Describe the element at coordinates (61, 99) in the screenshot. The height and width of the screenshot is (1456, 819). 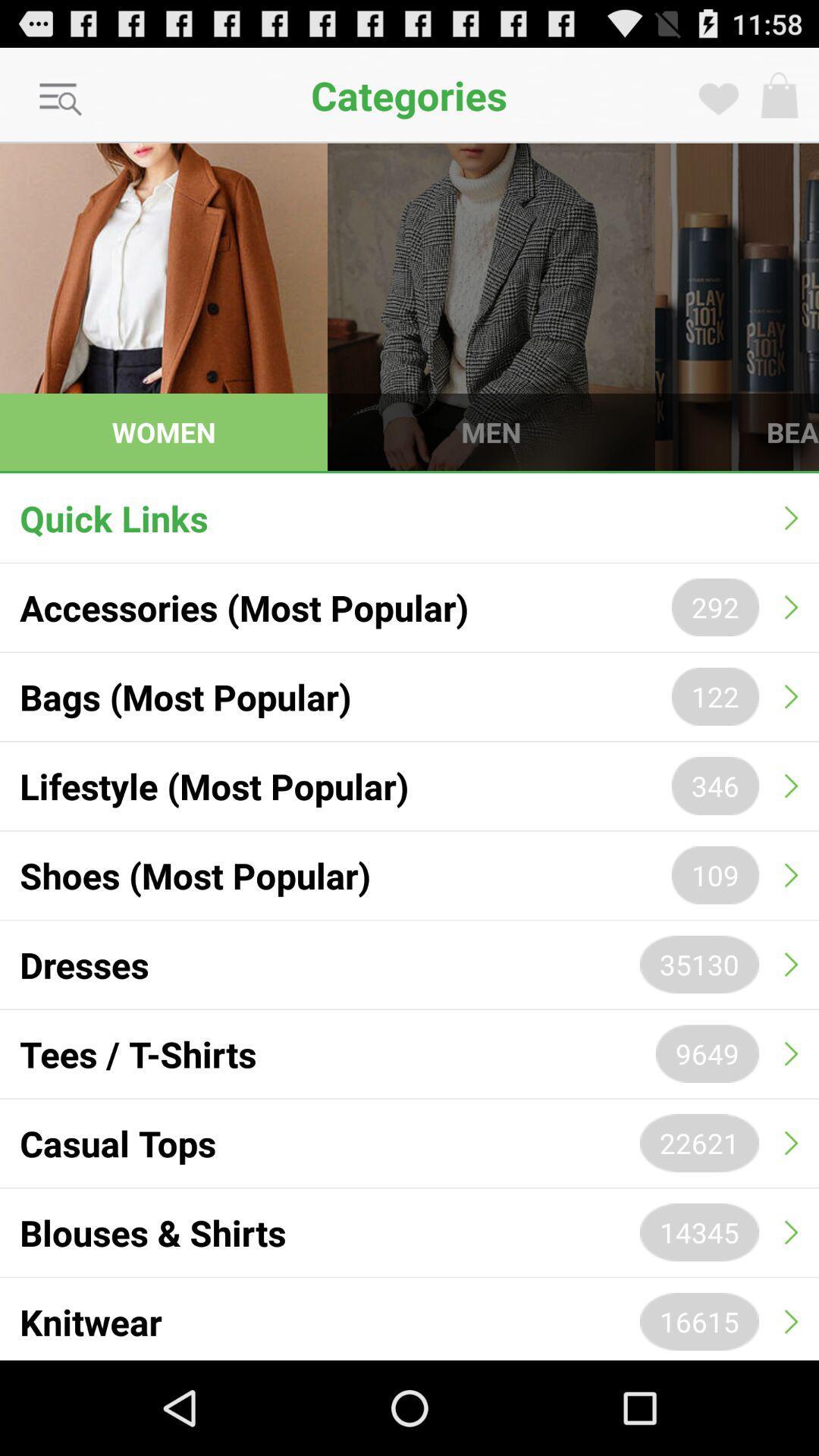
I see `explore menu options` at that location.